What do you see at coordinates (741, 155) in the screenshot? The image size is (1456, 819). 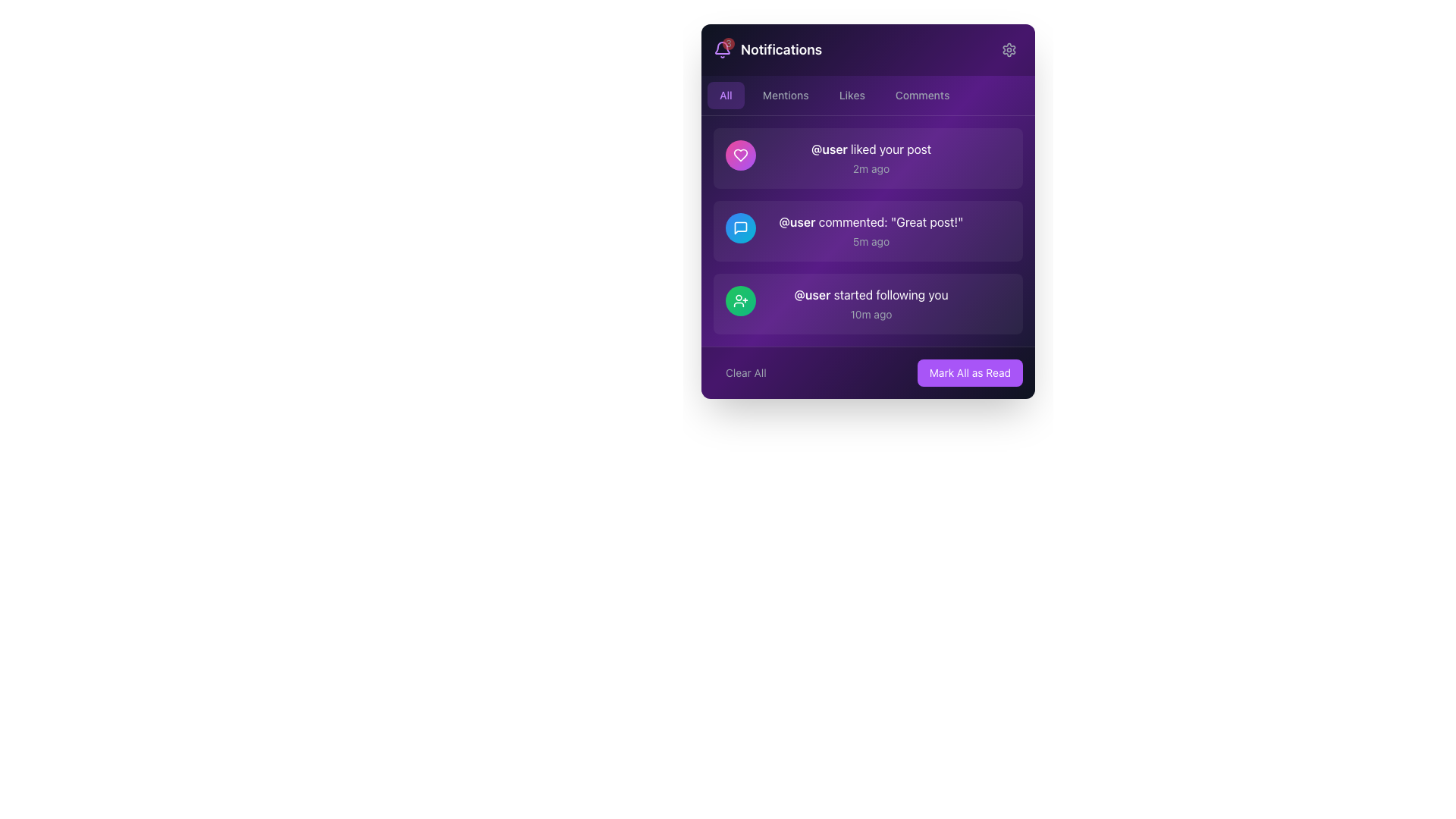 I see `the heart icon representing the 'like' action in the top notification item of the list, located below the tab bar` at bounding box center [741, 155].